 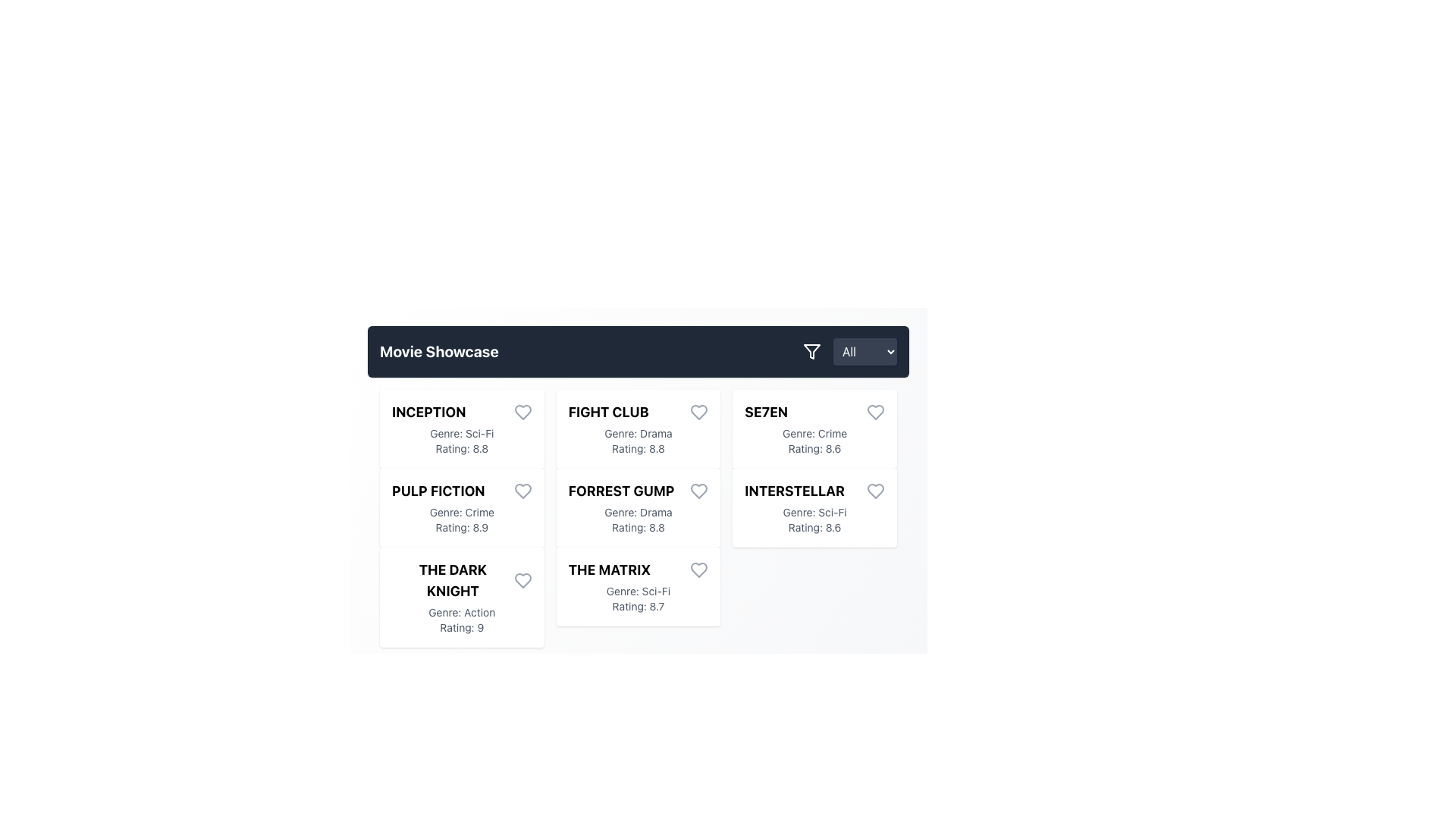 What do you see at coordinates (638, 519) in the screenshot?
I see `the text element displaying 'Genre: Drama Rating: 8.8', which is styled in gray and located beneath the title 'Forrest Gump' within its card` at bounding box center [638, 519].